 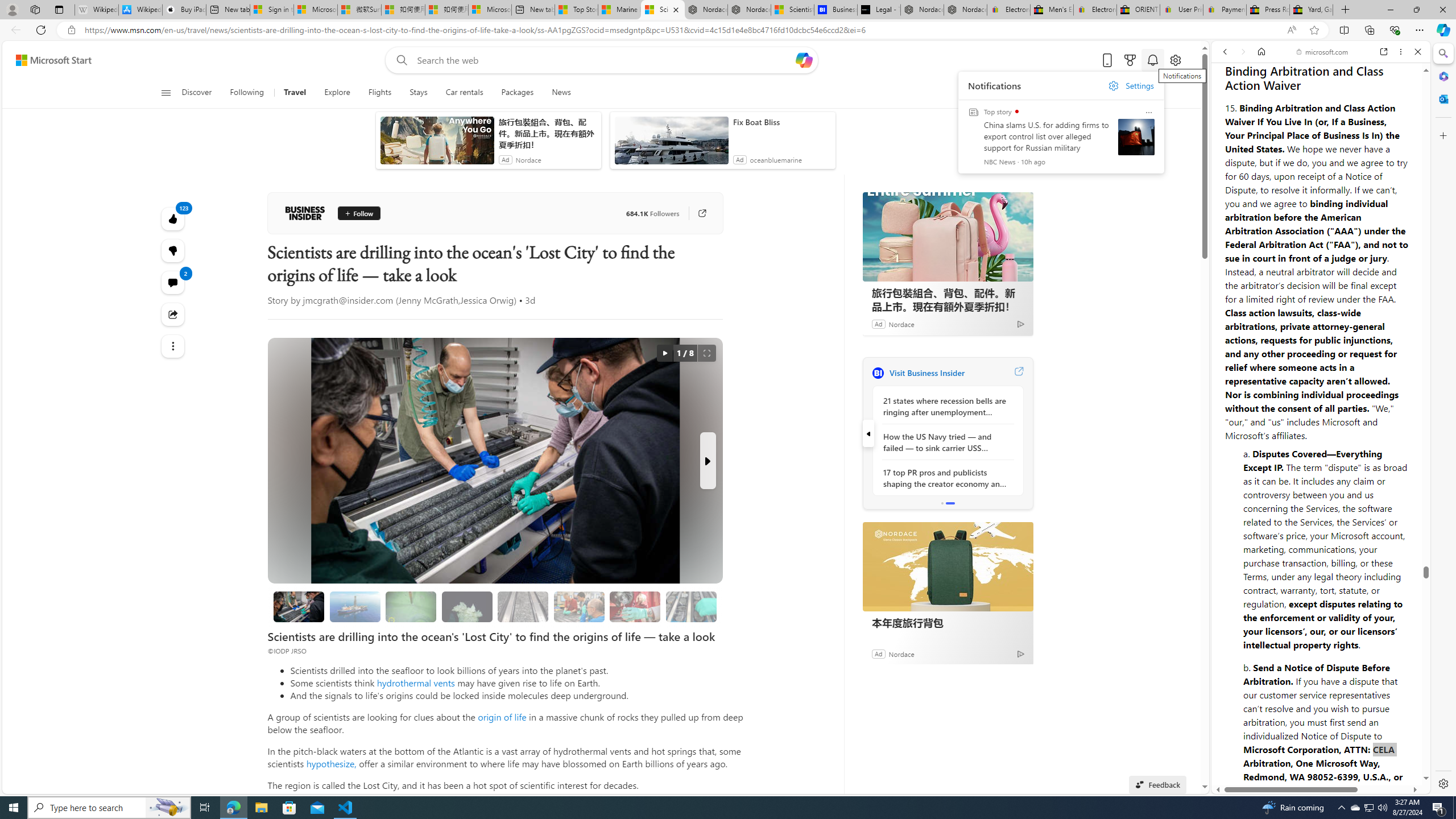 What do you see at coordinates (248, 92) in the screenshot?
I see `'Following'` at bounding box center [248, 92].